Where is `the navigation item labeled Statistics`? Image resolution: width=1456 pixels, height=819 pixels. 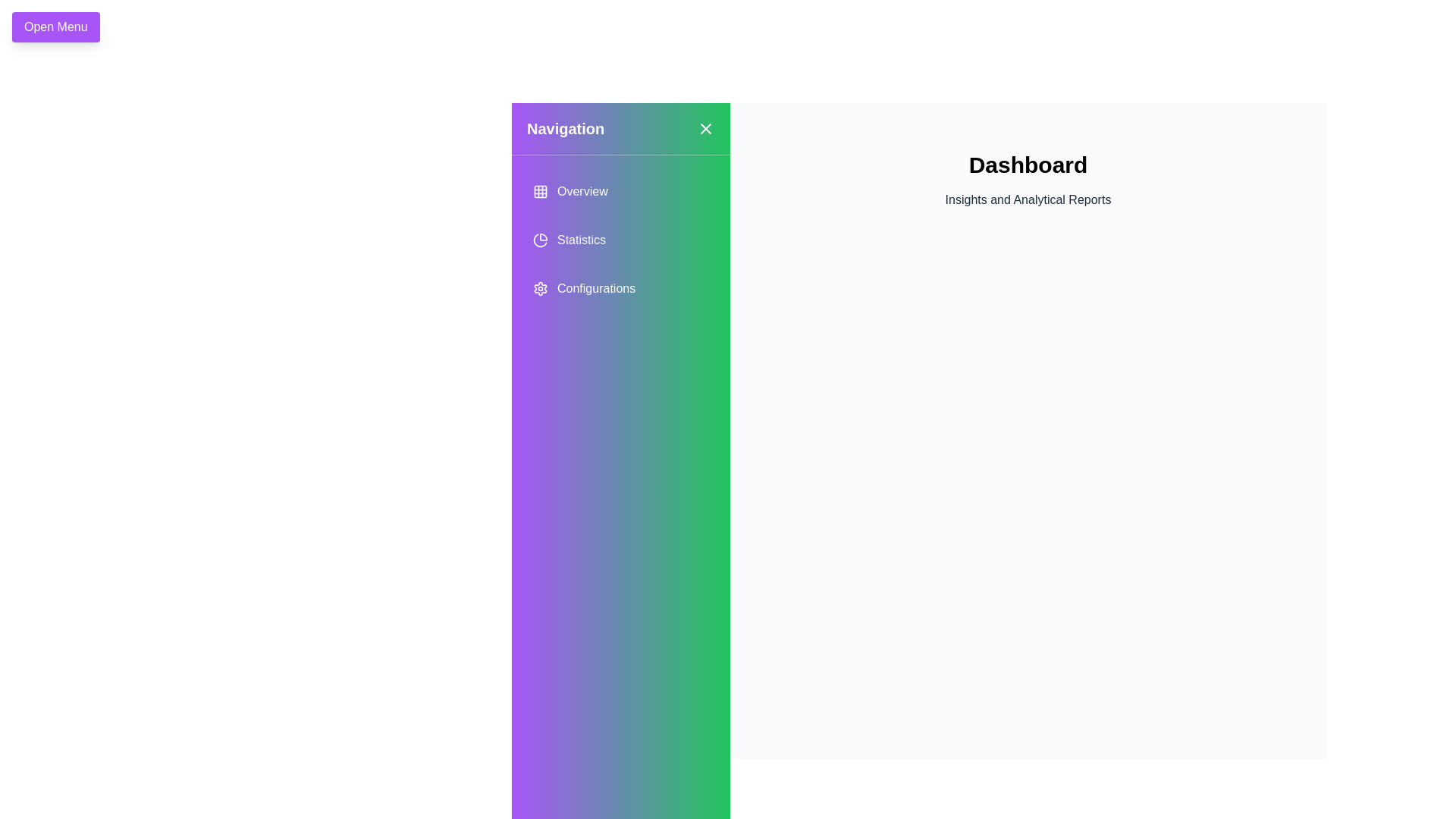
the navigation item labeled Statistics is located at coordinates (621, 239).